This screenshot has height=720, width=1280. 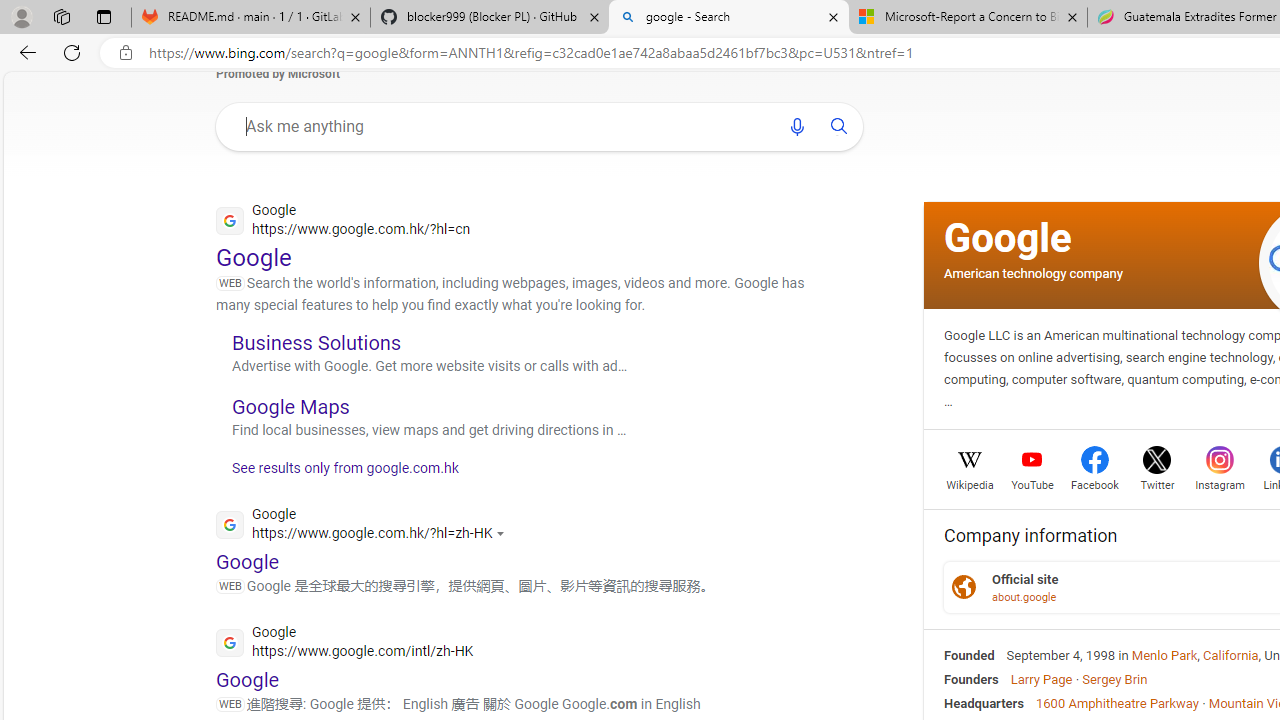 I want to click on 'Actions for this site', so click(x=503, y=532).